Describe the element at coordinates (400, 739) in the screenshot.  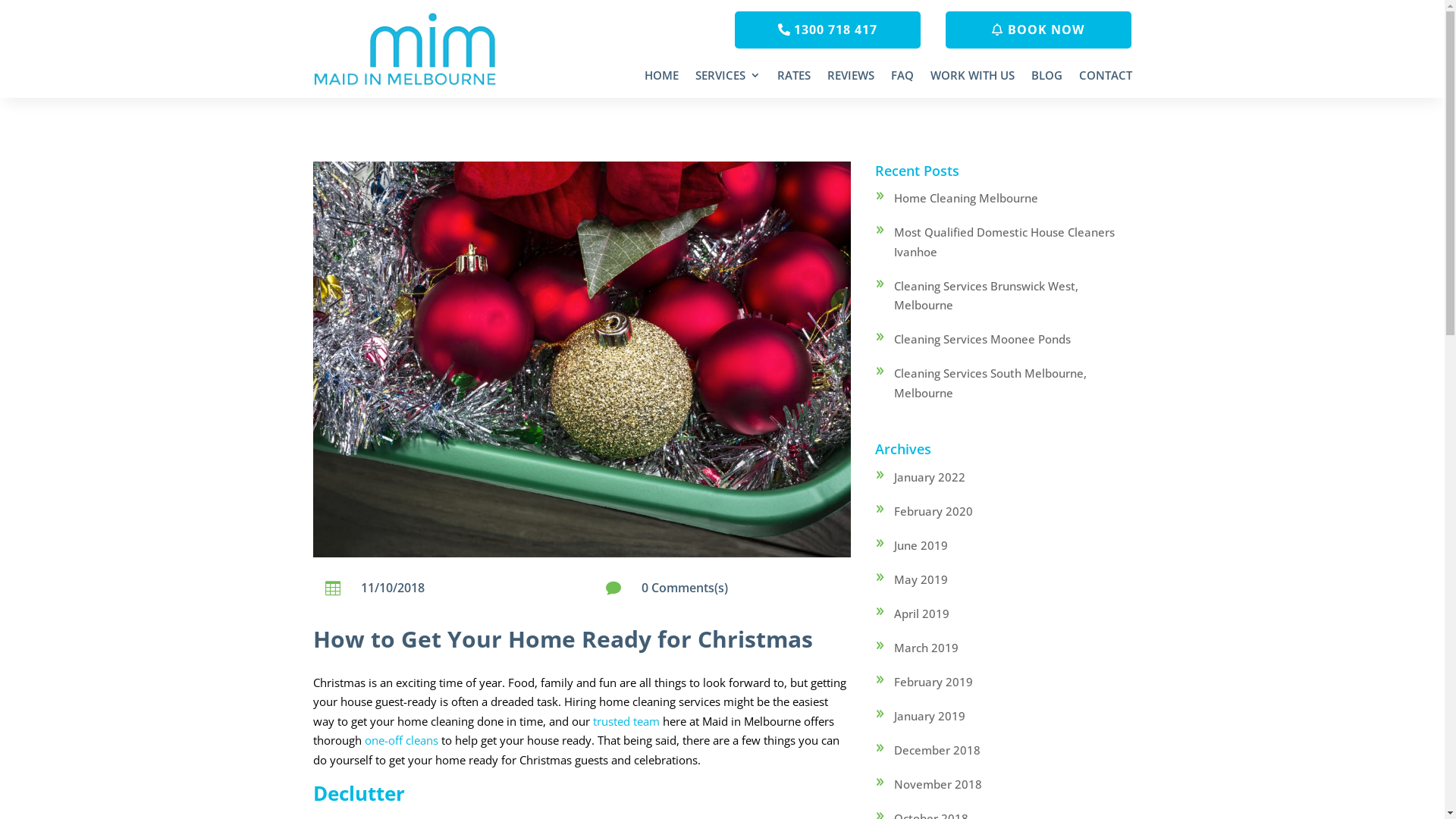
I see `'one-off cleans'` at that location.